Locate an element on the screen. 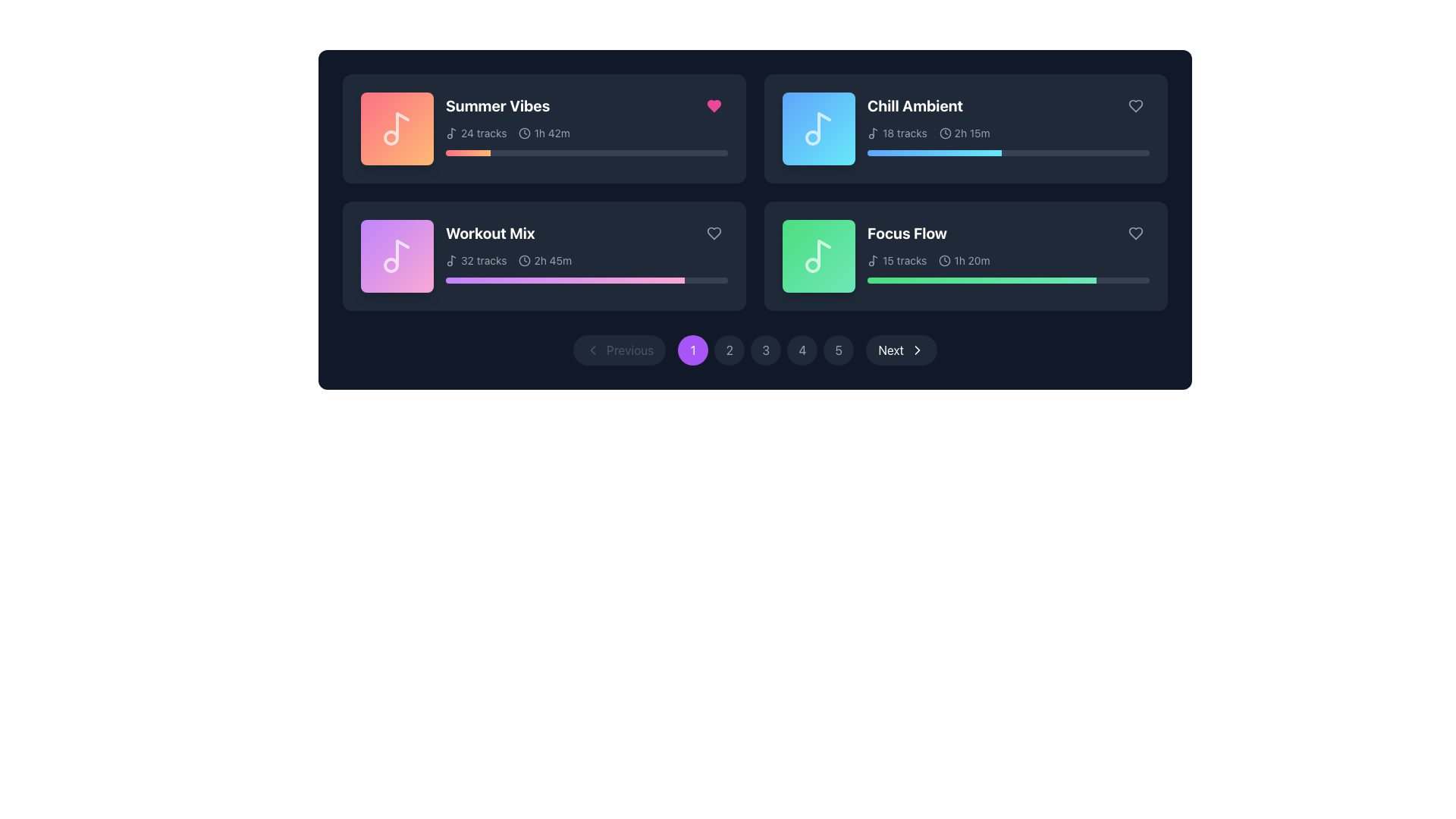  the circular button marked with the number '3' in dark gray is located at coordinates (755, 350).